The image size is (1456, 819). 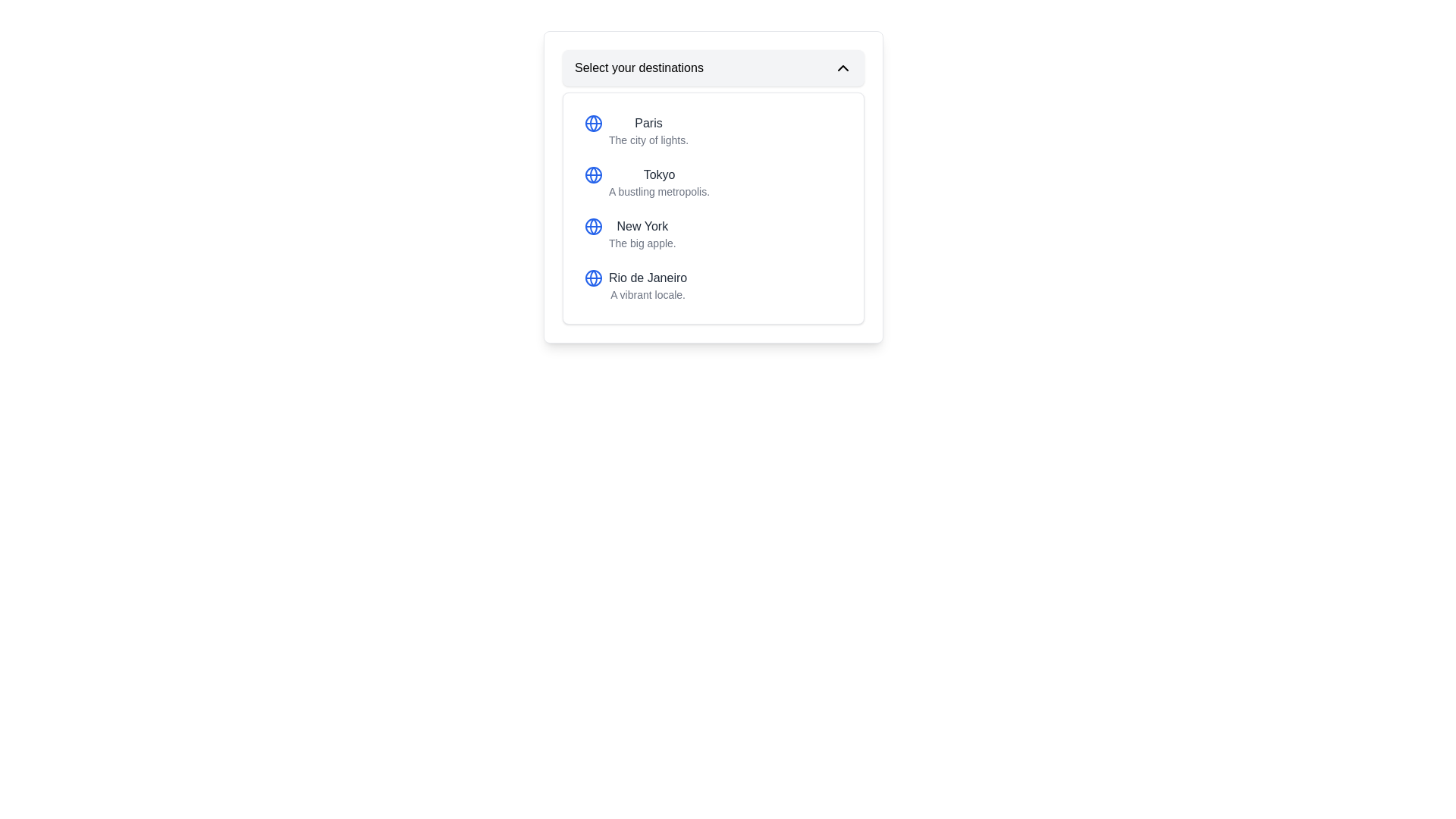 What do you see at coordinates (659, 191) in the screenshot?
I see `descriptive text content for the city 'Tokyo' located in the fourth position of the city destinations list panel, which appears beneath the 'Tokyo' label` at bounding box center [659, 191].